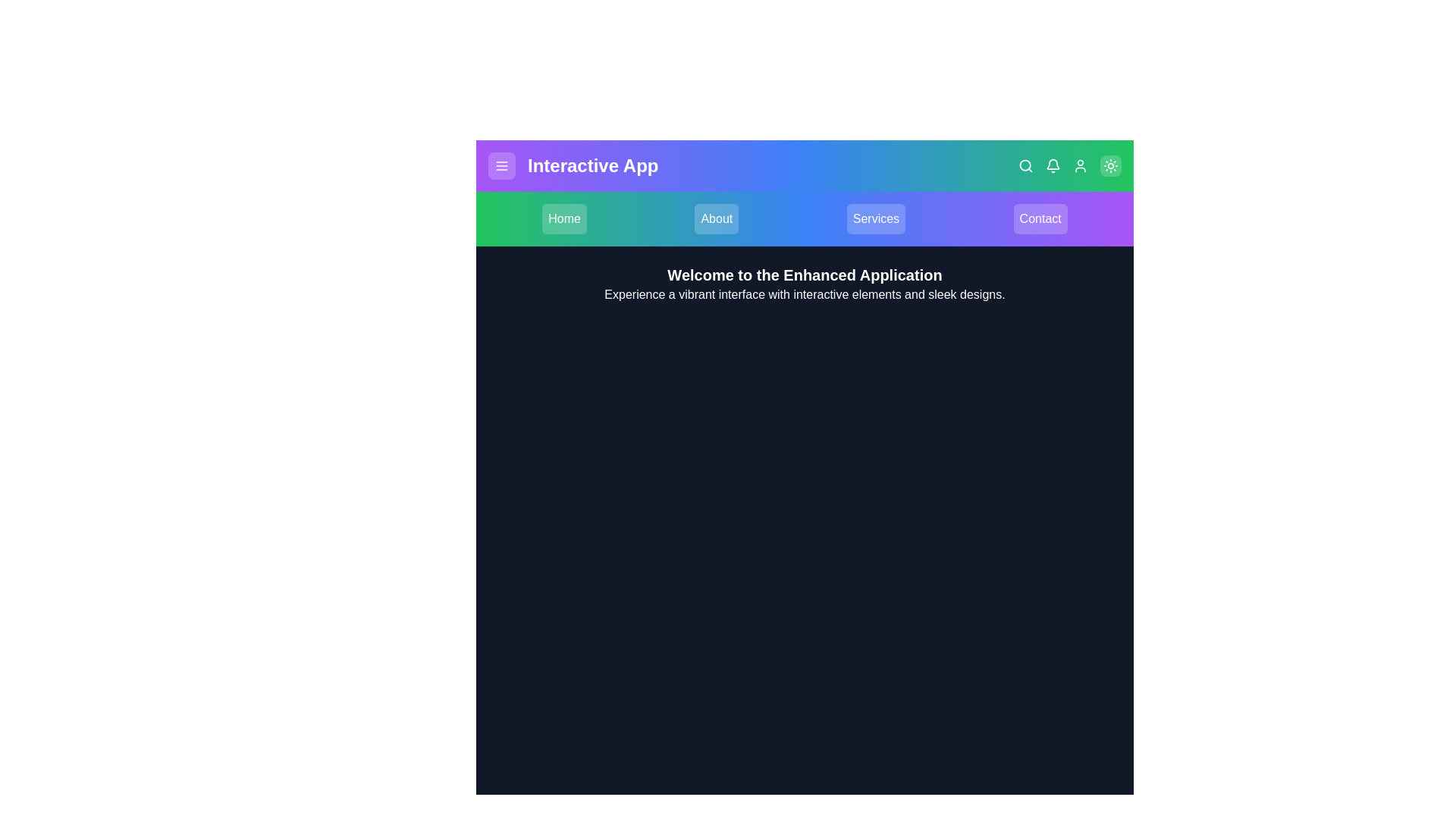 The height and width of the screenshot is (819, 1456). I want to click on the Search icon, so click(1026, 166).